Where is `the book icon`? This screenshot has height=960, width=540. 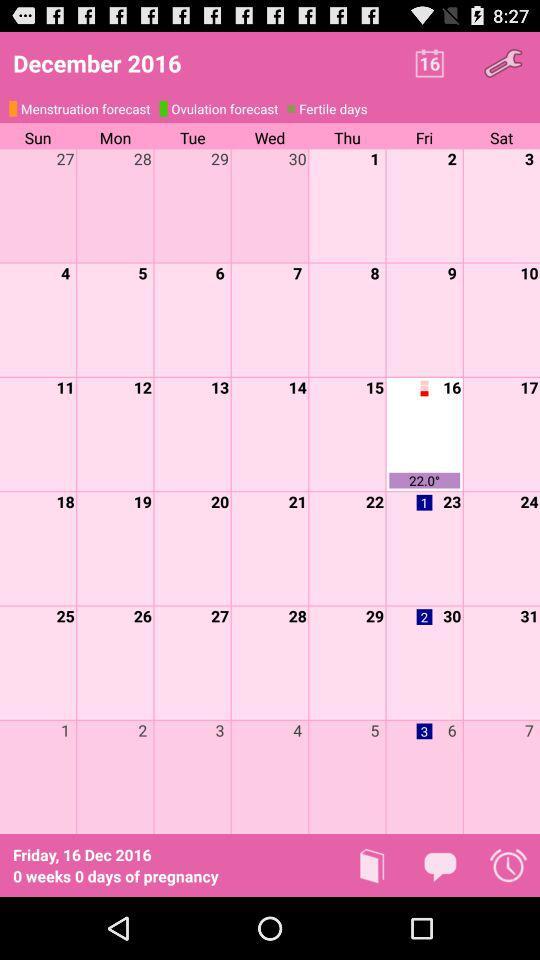 the book icon is located at coordinates (372, 926).